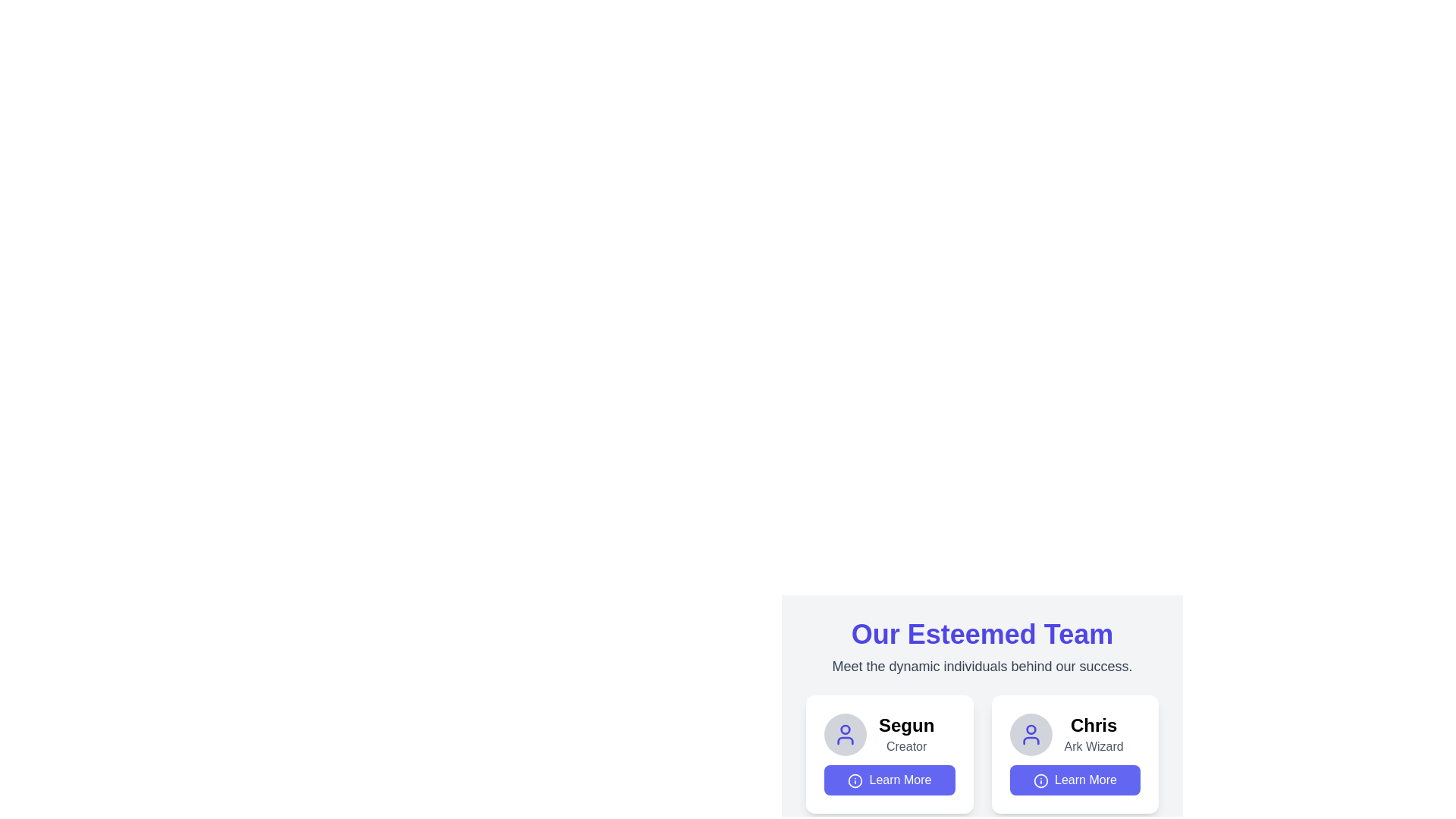 This screenshot has height=819, width=1456. Describe the element at coordinates (1074, 733) in the screenshot. I see `the text label and icon that identifies the member's card, located above the 'Learn More' button in the 'Our Esteemed Team' section` at that location.